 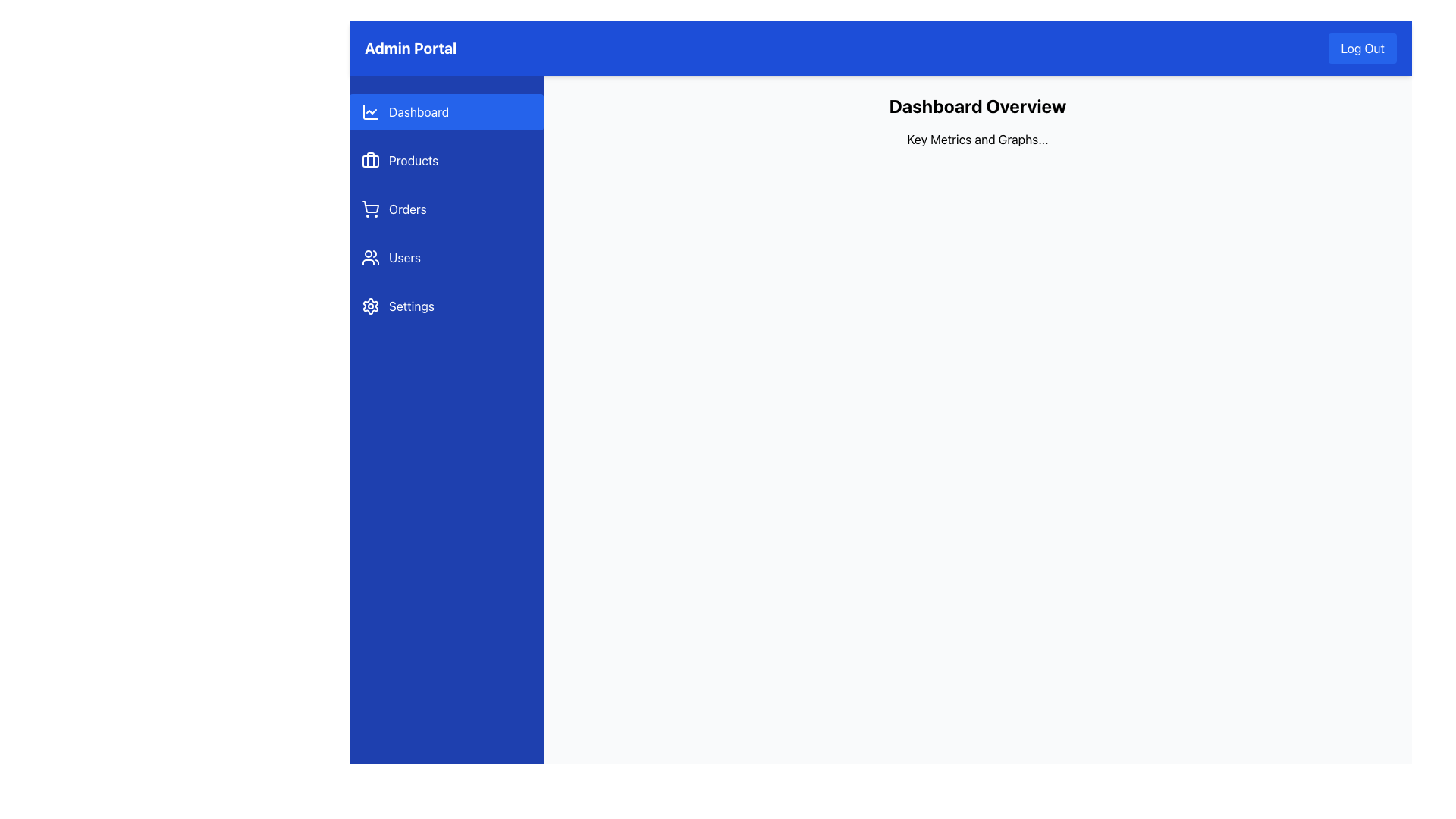 What do you see at coordinates (404, 256) in the screenshot?
I see `the 'Users' text label` at bounding box center [404, 256].